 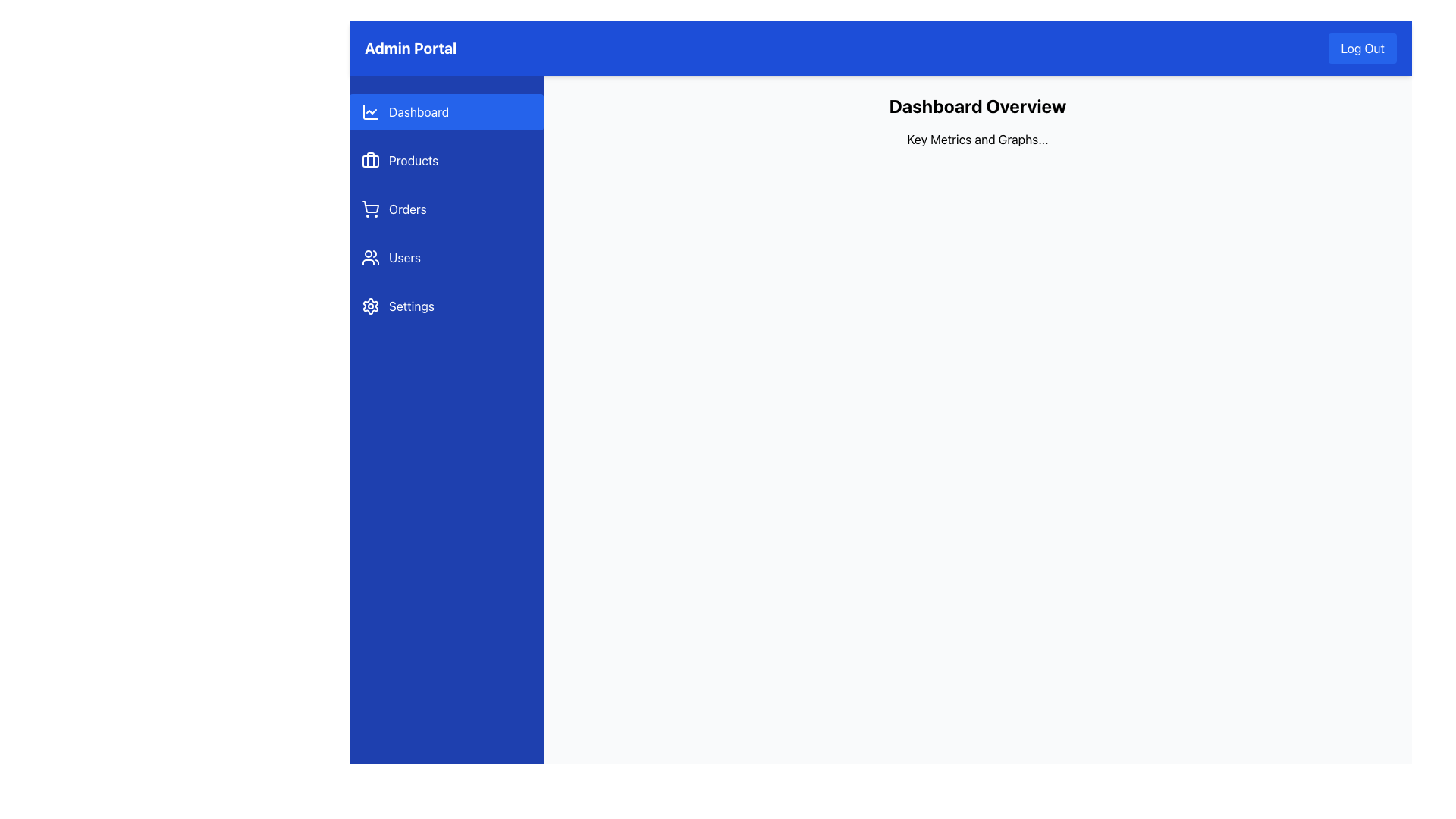 What do you see at coordinates (404, 256) in the screenshot?
I see `the 'Users' text label` at bounding box center [404, 256].